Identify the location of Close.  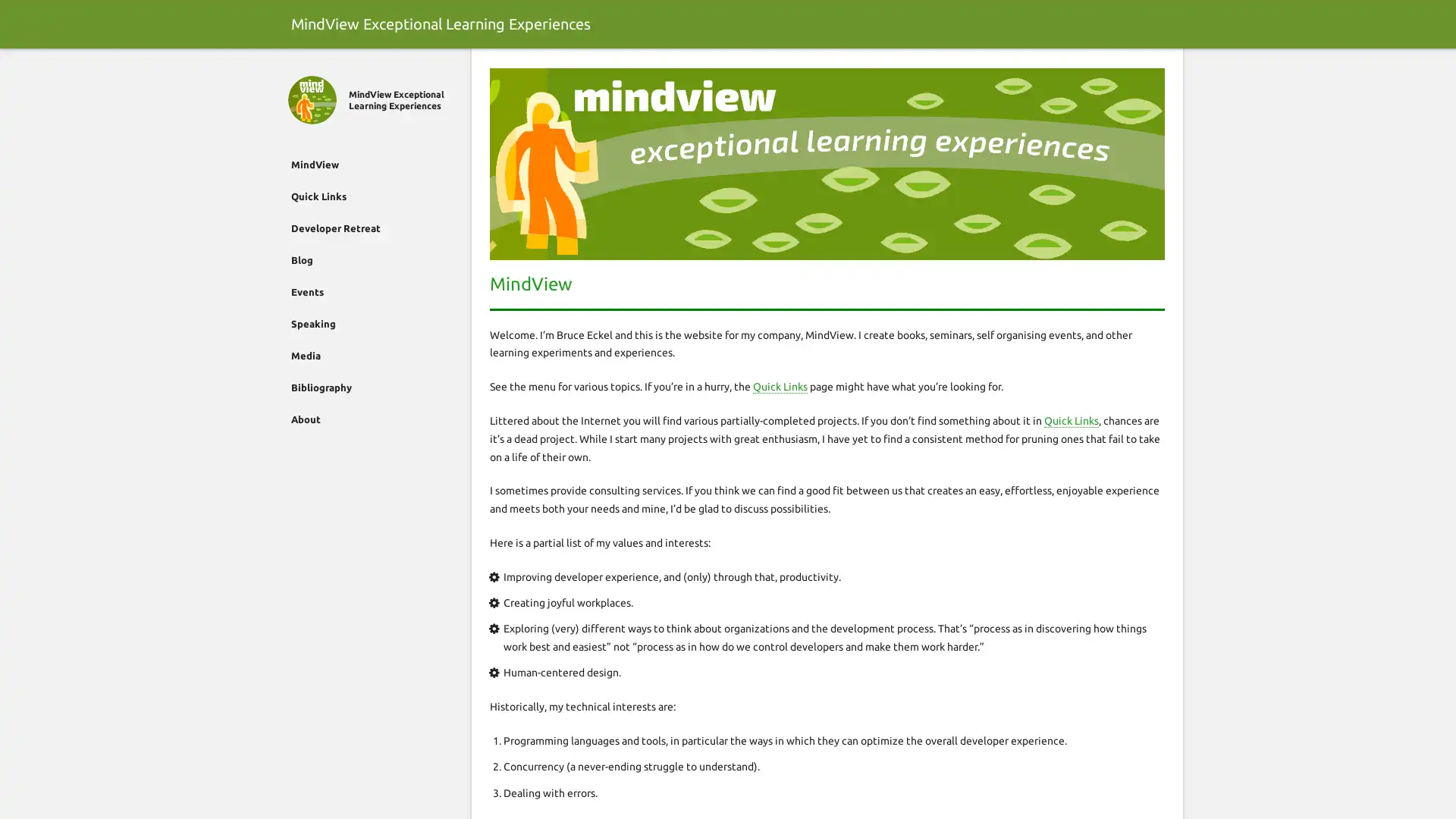
(297, 66).